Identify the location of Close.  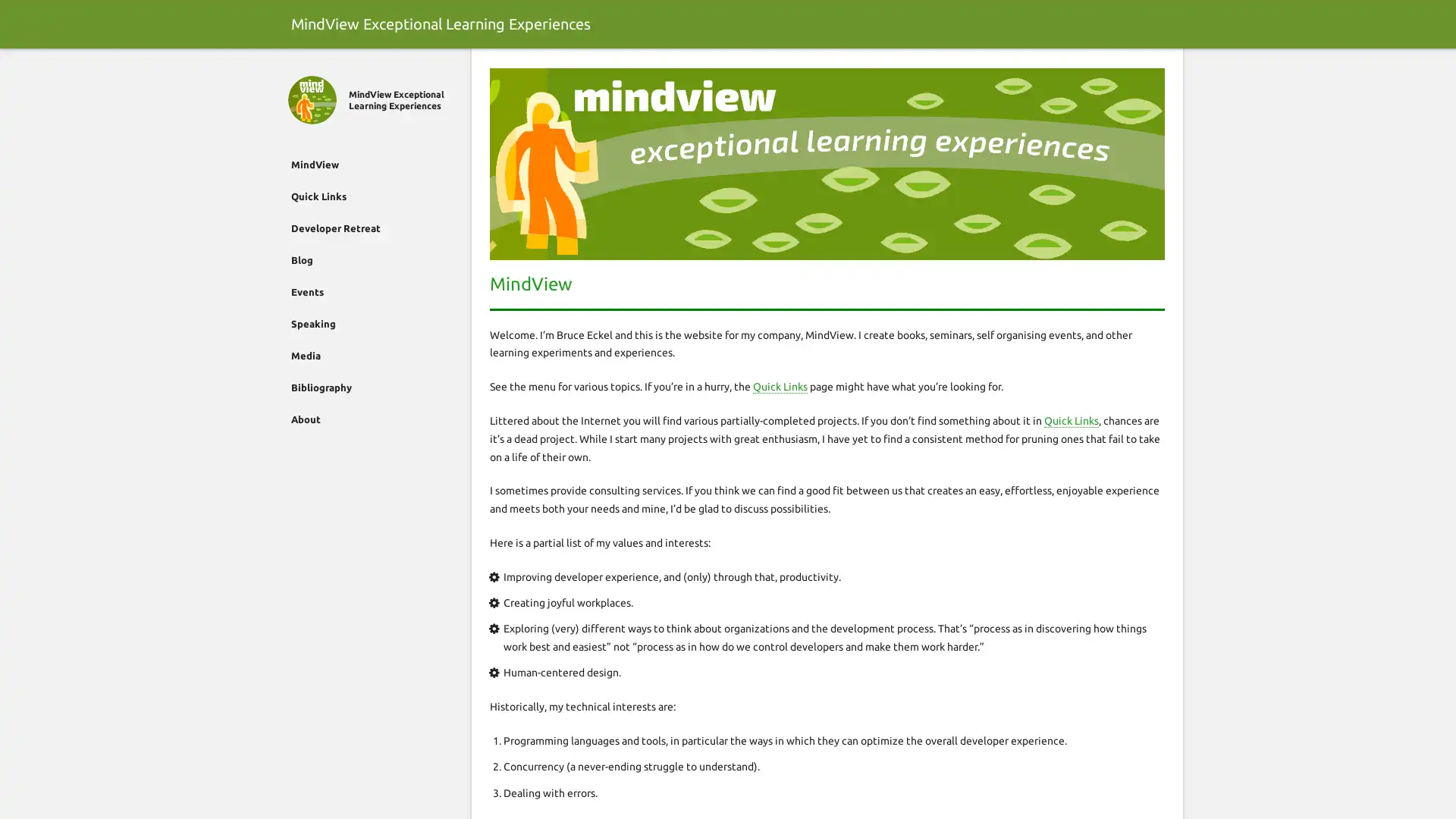
(297, 66).